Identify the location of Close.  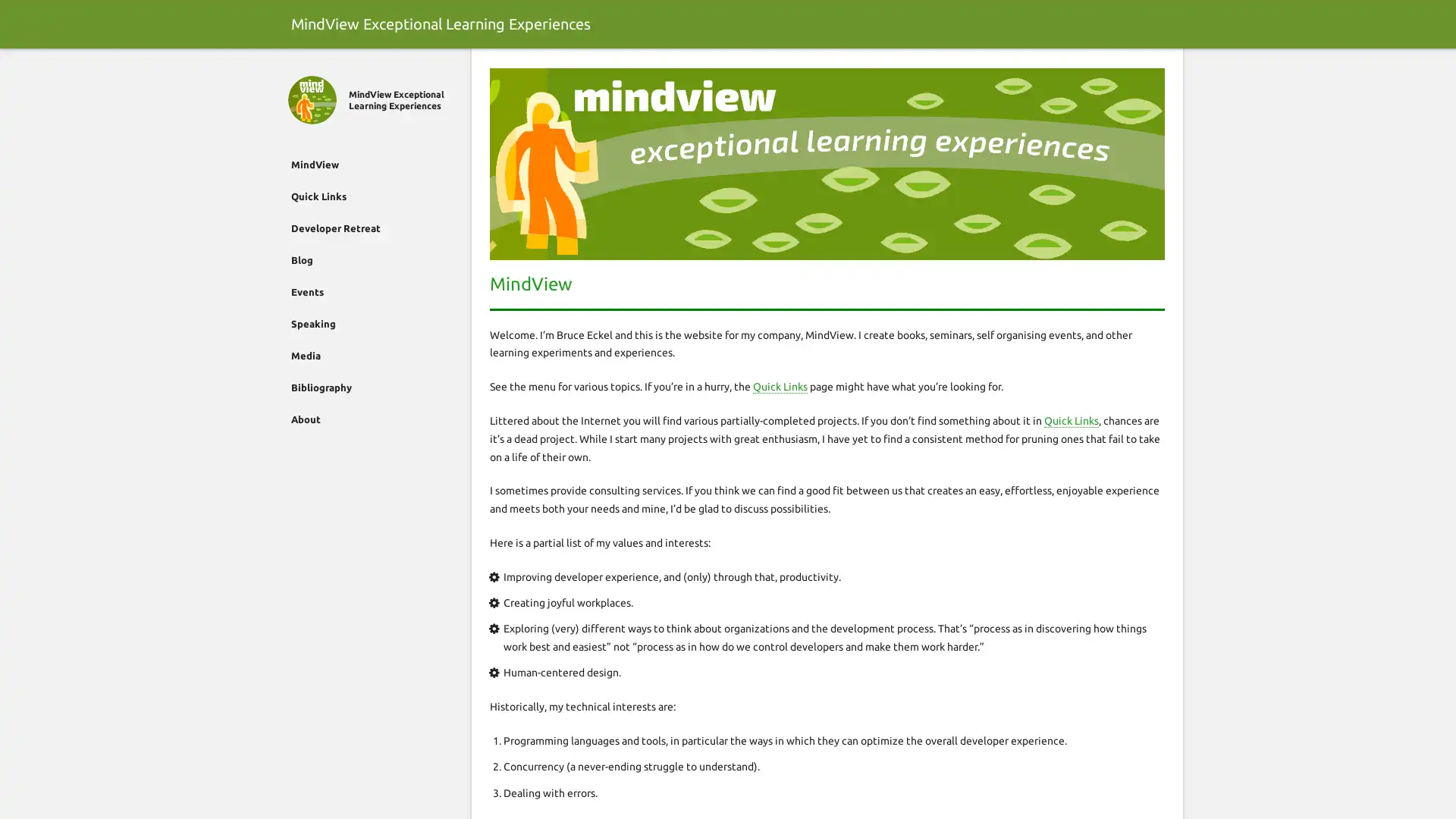
(297, 66).